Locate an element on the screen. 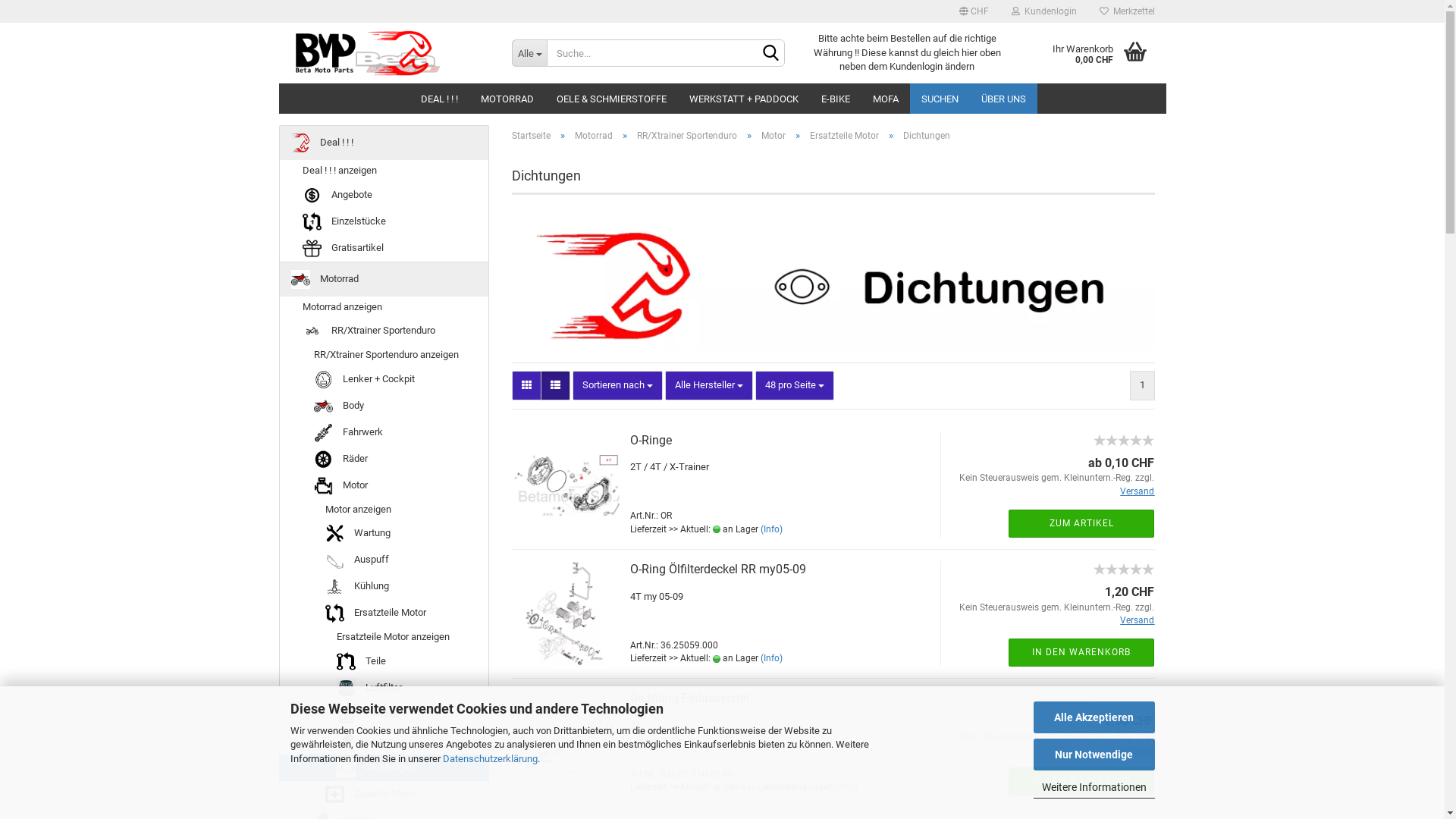 The image size is (1456, 819). ' Merkzettel' is located at coordinates (1126, 11).